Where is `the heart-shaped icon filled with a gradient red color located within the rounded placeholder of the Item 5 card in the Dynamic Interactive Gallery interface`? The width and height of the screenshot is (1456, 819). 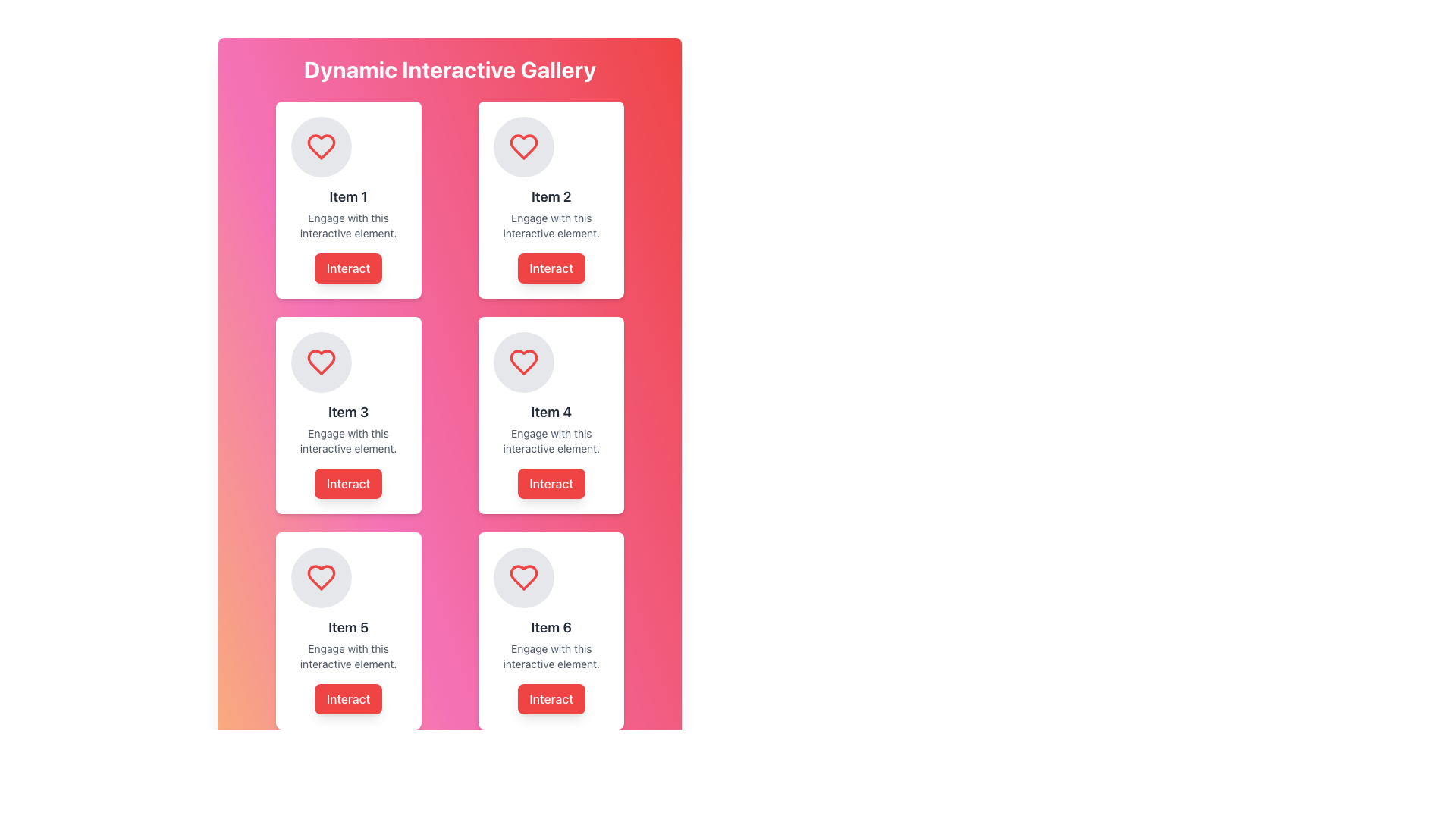
the heart-shaped icon filled with a gradient red color located within the rounded placeholder of the Item 5 card in the Dynamic Interactive Gallery interface is located at coordinates (320, 792).